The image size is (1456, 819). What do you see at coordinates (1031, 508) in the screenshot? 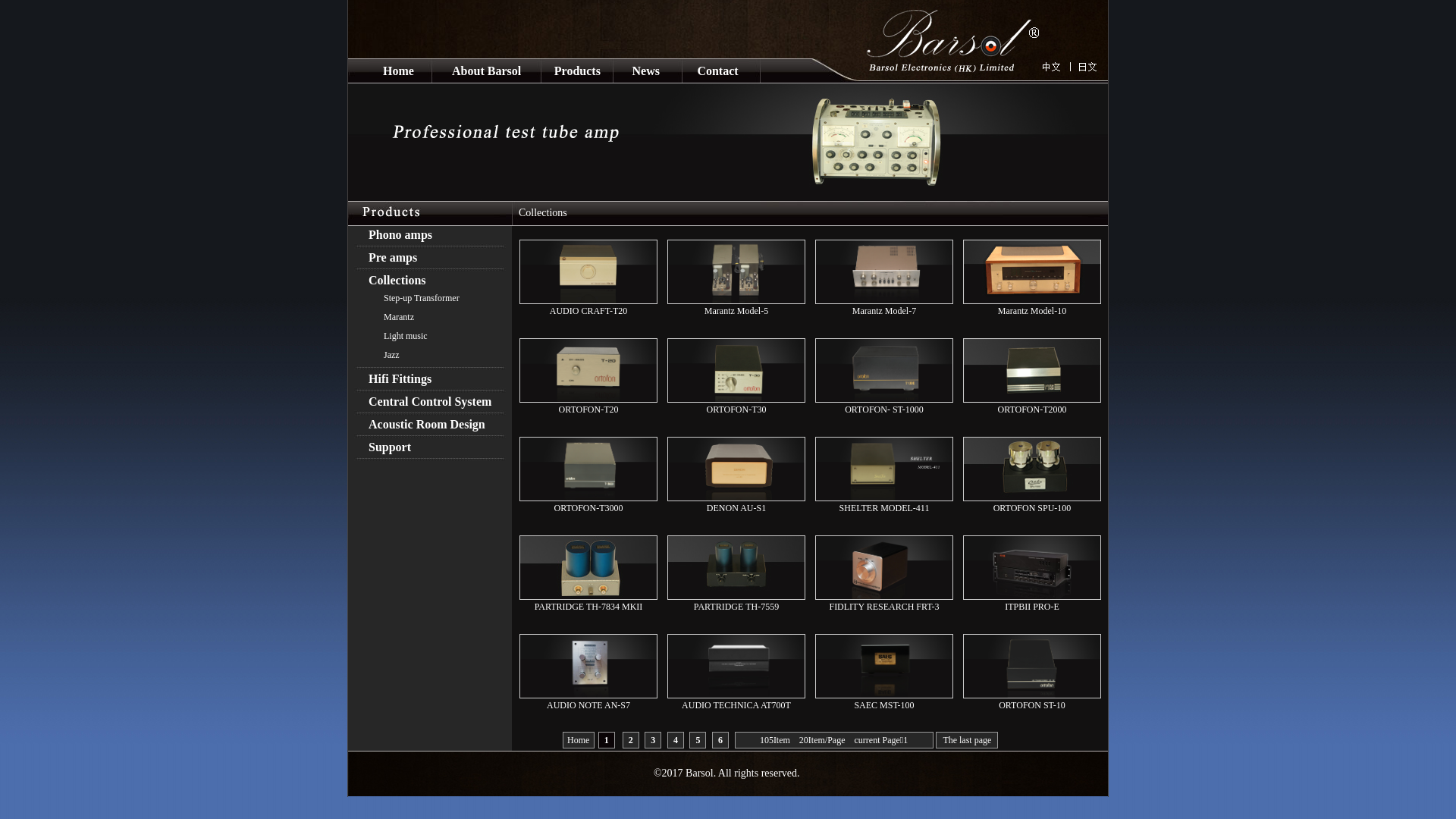
I see `'ORTOFON SPU-100'` at bounding box center [1031, 508].